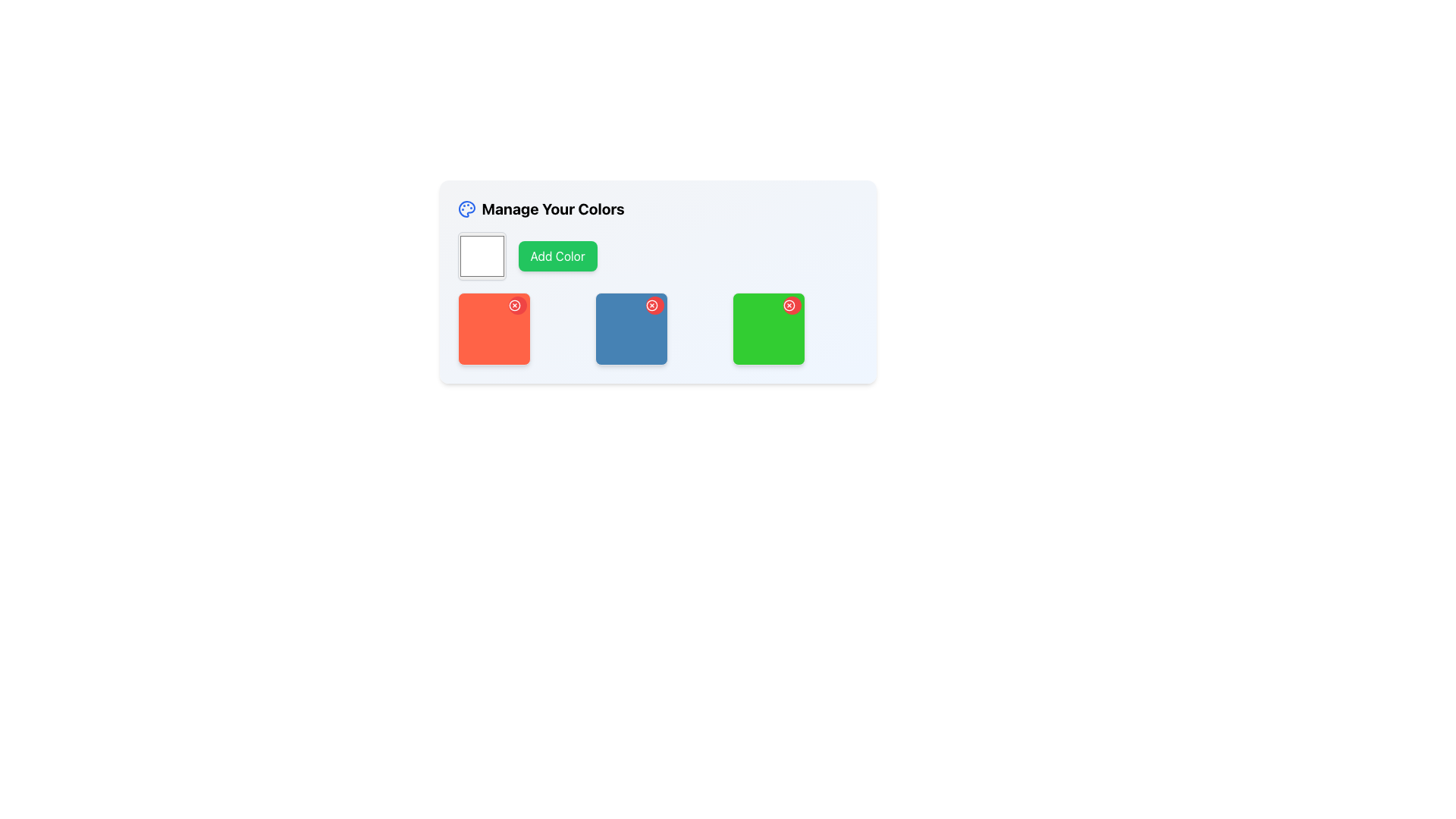 The height and width of the screenshot is (819, 1456). I want to click on the small circular button with a red background and white cross icon located at the top-right corner of the blue square card, so click(654, 305).